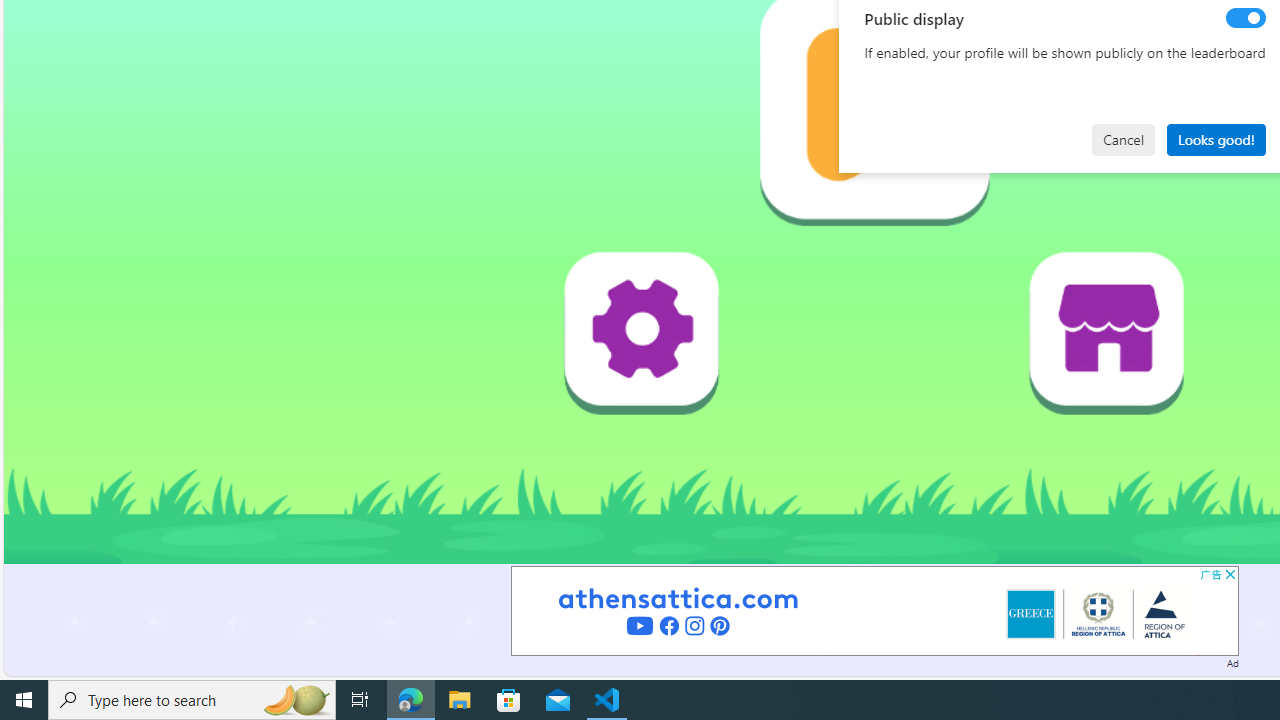  I want to click on 'Advertisement', so click(874, 609).